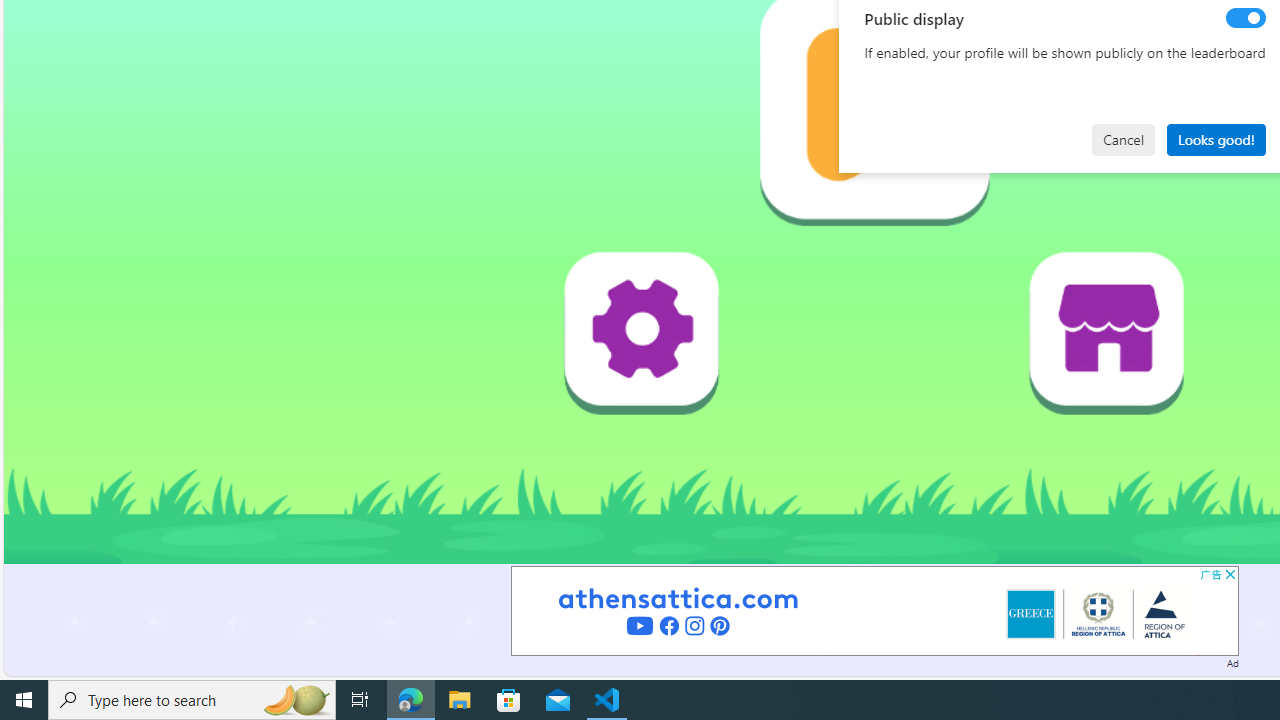  I want to click on 'Advertisement', so click(874, 609).